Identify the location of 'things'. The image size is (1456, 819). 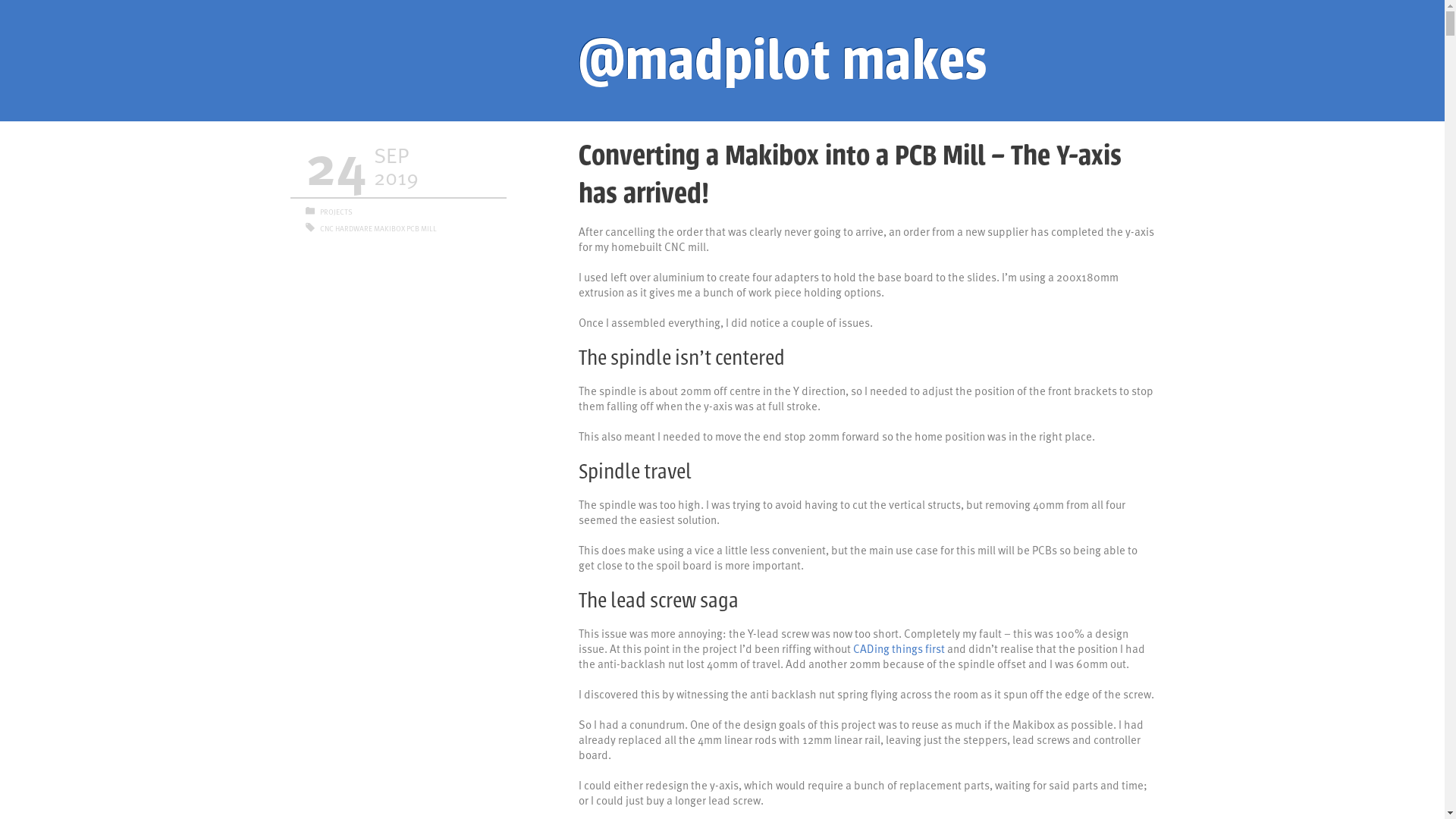
(907, 648).